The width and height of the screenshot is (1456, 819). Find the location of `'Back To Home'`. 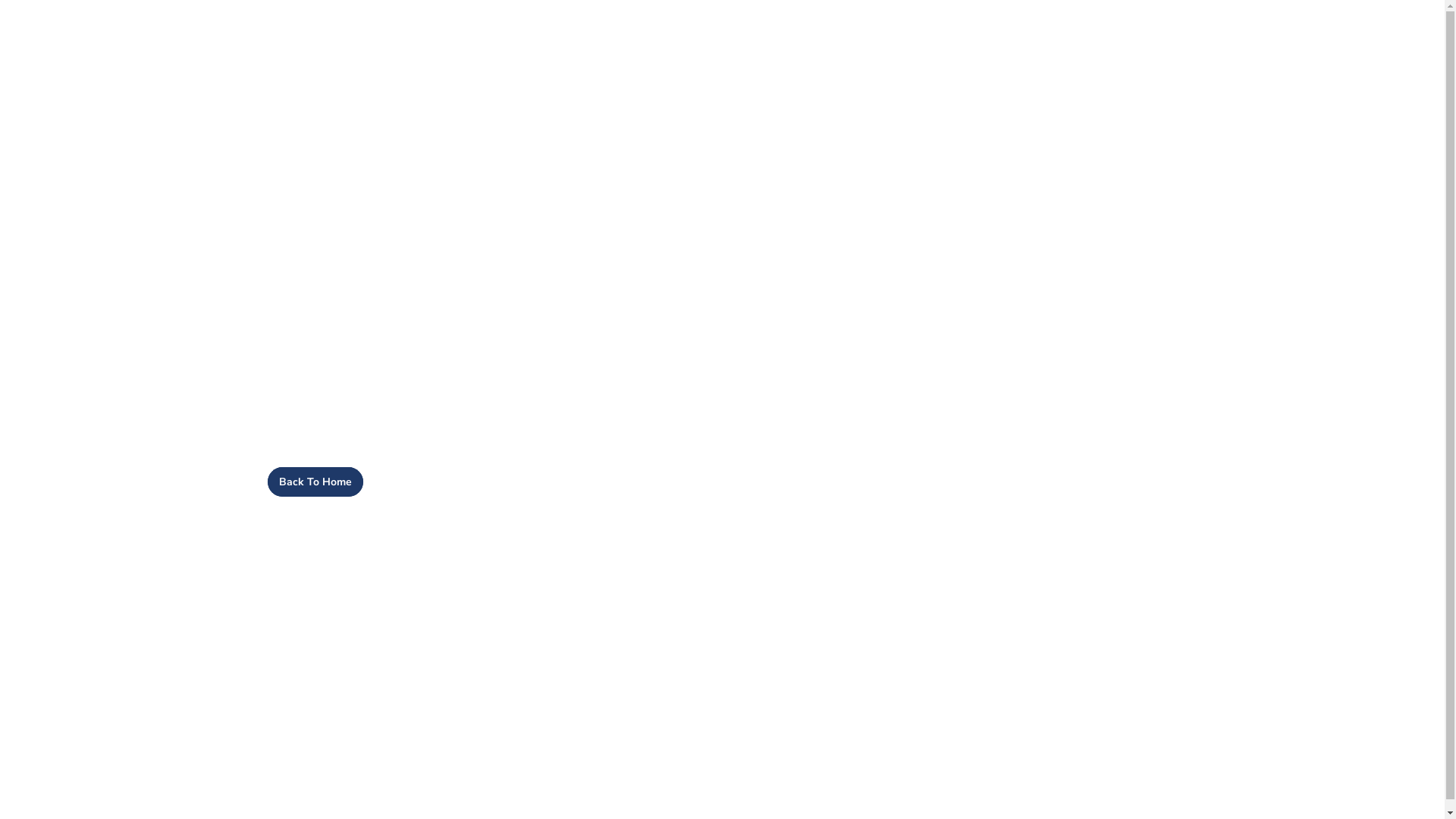

'Back To Home' is located at coordinates (266, 482).